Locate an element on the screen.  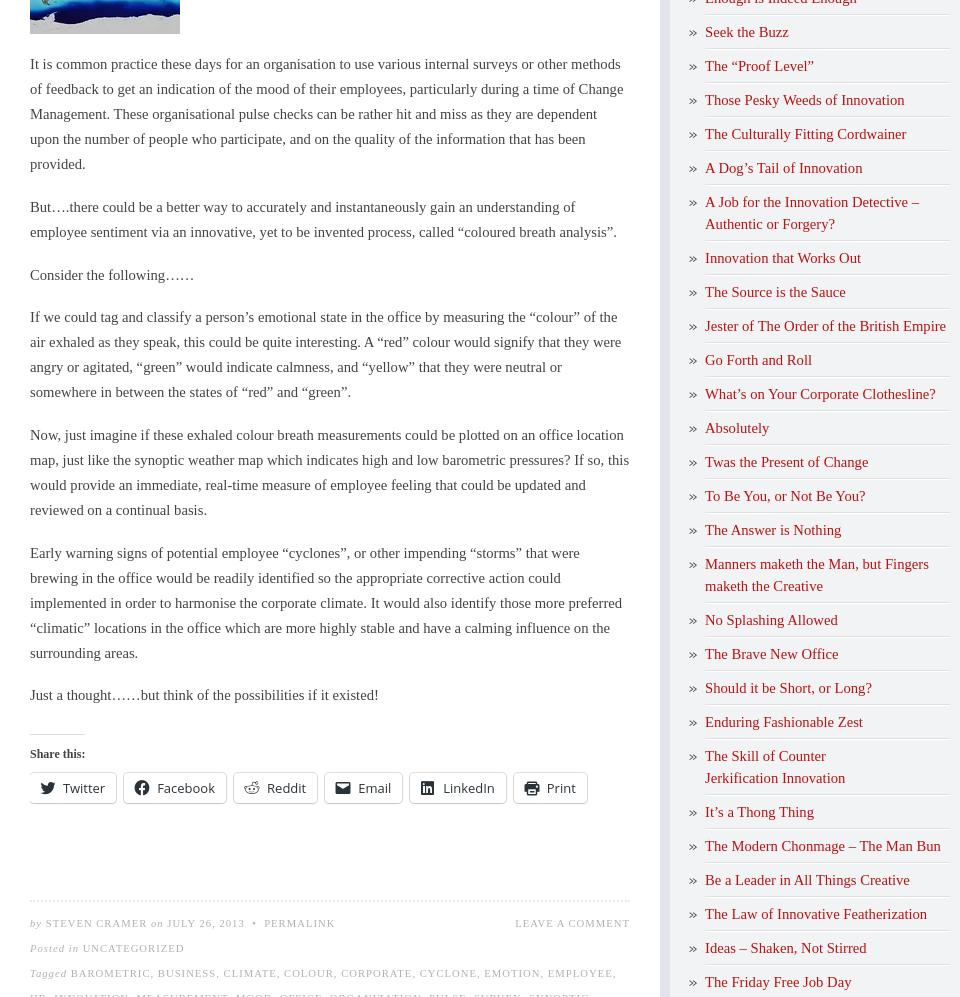
'business' is located at coordinates (155, 971).